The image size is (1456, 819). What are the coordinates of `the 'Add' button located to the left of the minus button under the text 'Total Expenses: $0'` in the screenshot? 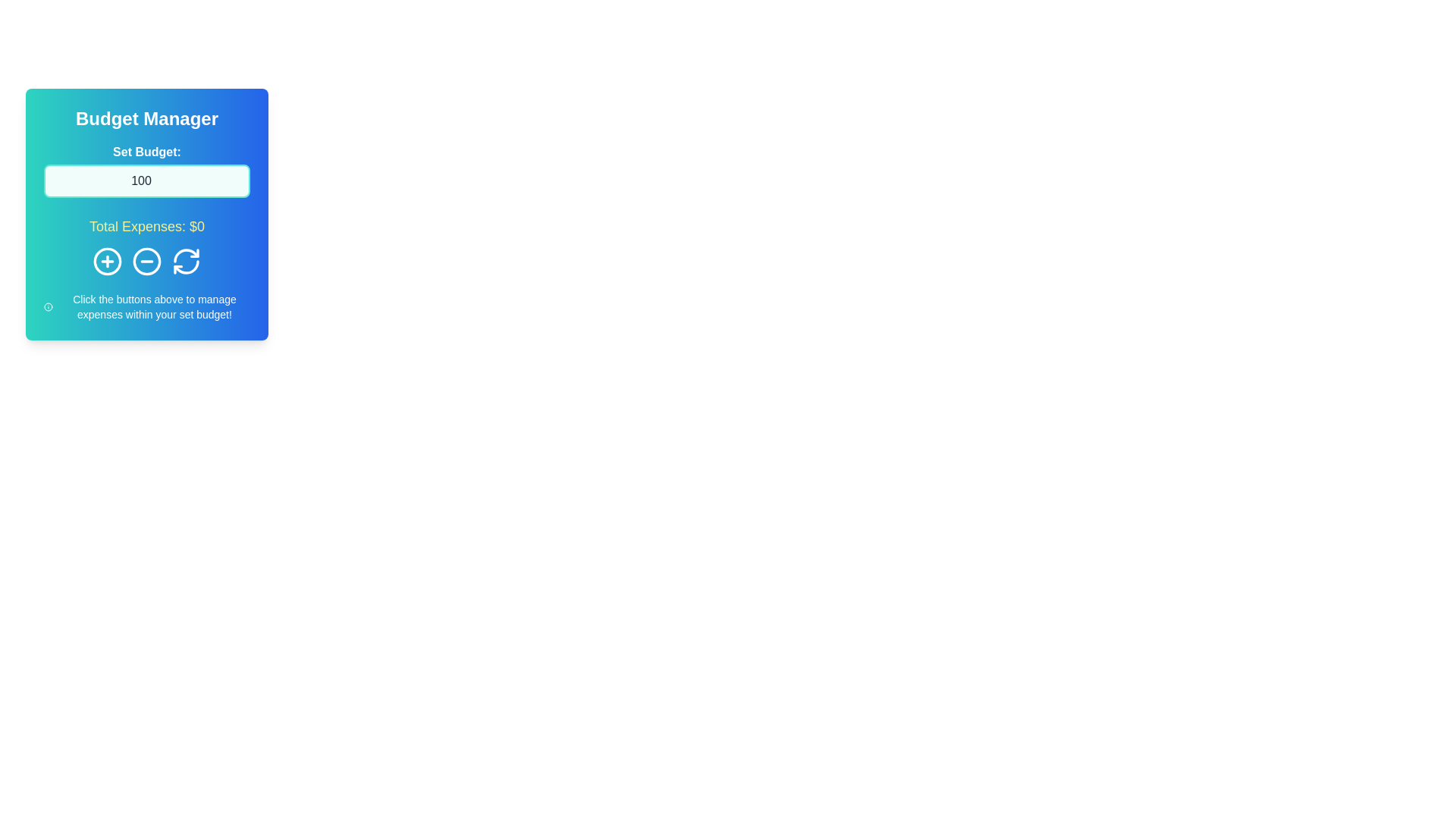 It's located at (107, 260).